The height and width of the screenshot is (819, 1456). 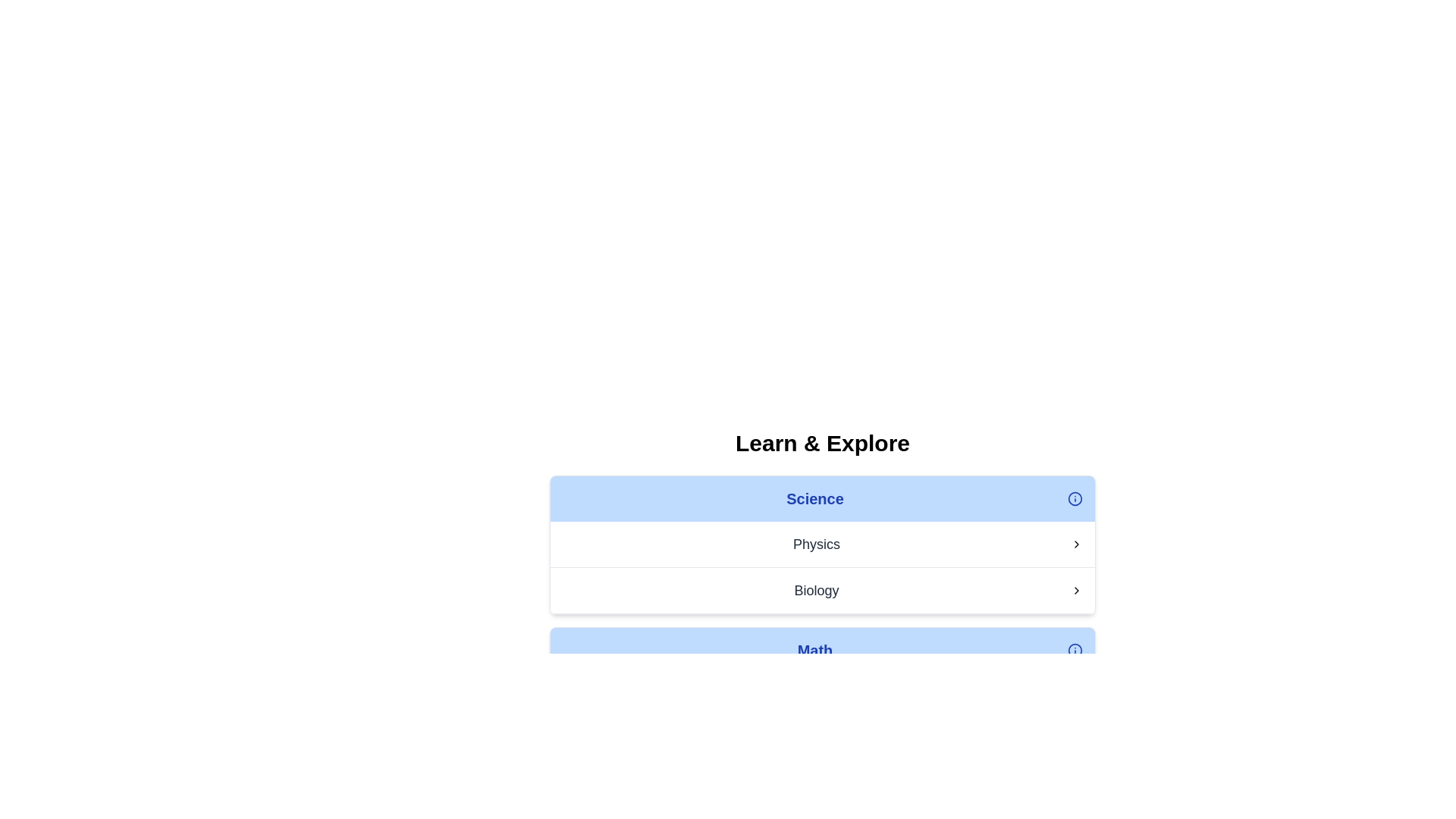 I want to click on the selectable text item in the 'Science' section, so click(x=815, y=543).